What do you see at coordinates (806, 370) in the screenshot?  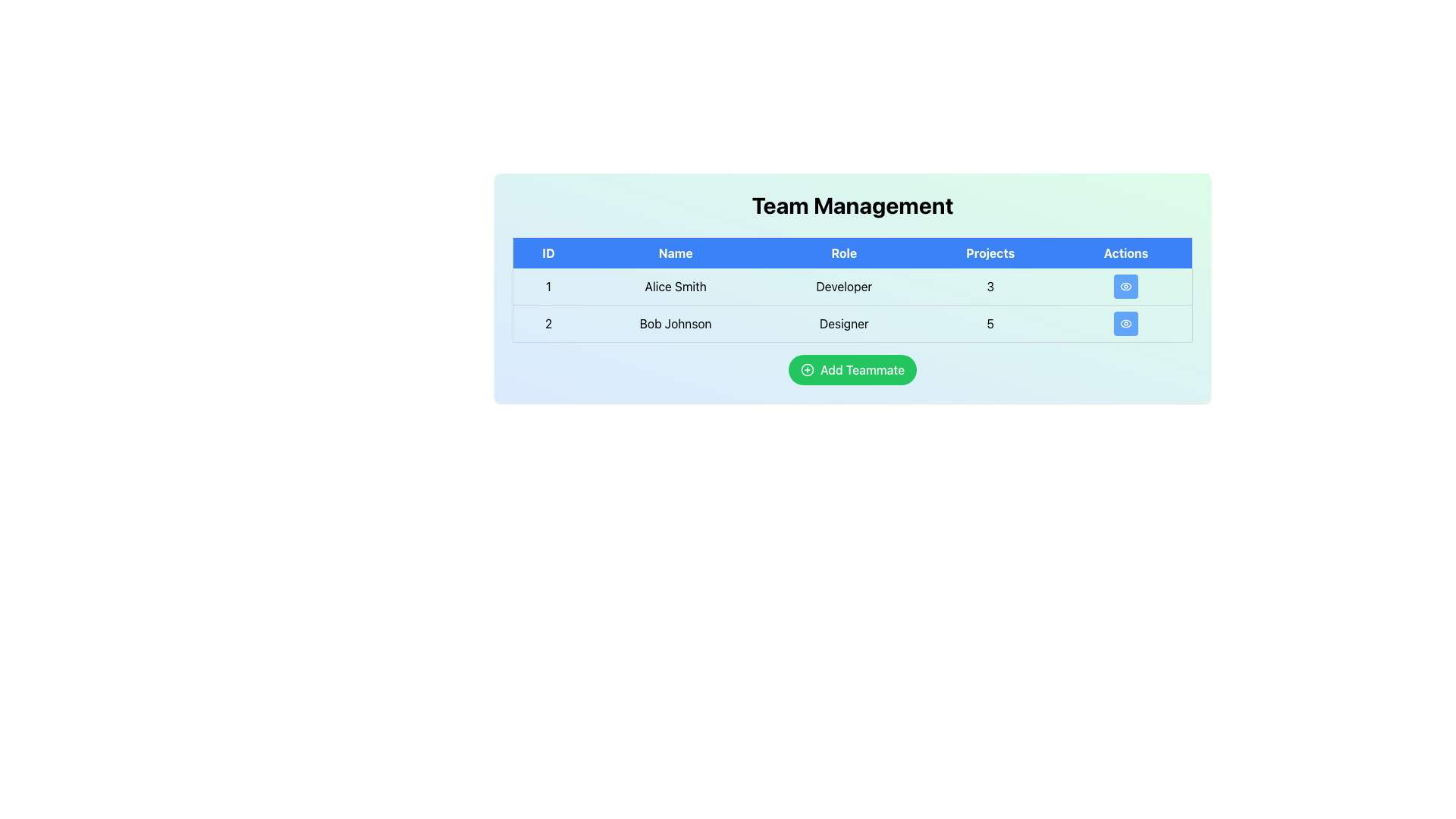 I see `the 'Add Teammate' button, which features an icon on its left side and has a green background with white text, to interact with it` at bounding box center [806, 370].